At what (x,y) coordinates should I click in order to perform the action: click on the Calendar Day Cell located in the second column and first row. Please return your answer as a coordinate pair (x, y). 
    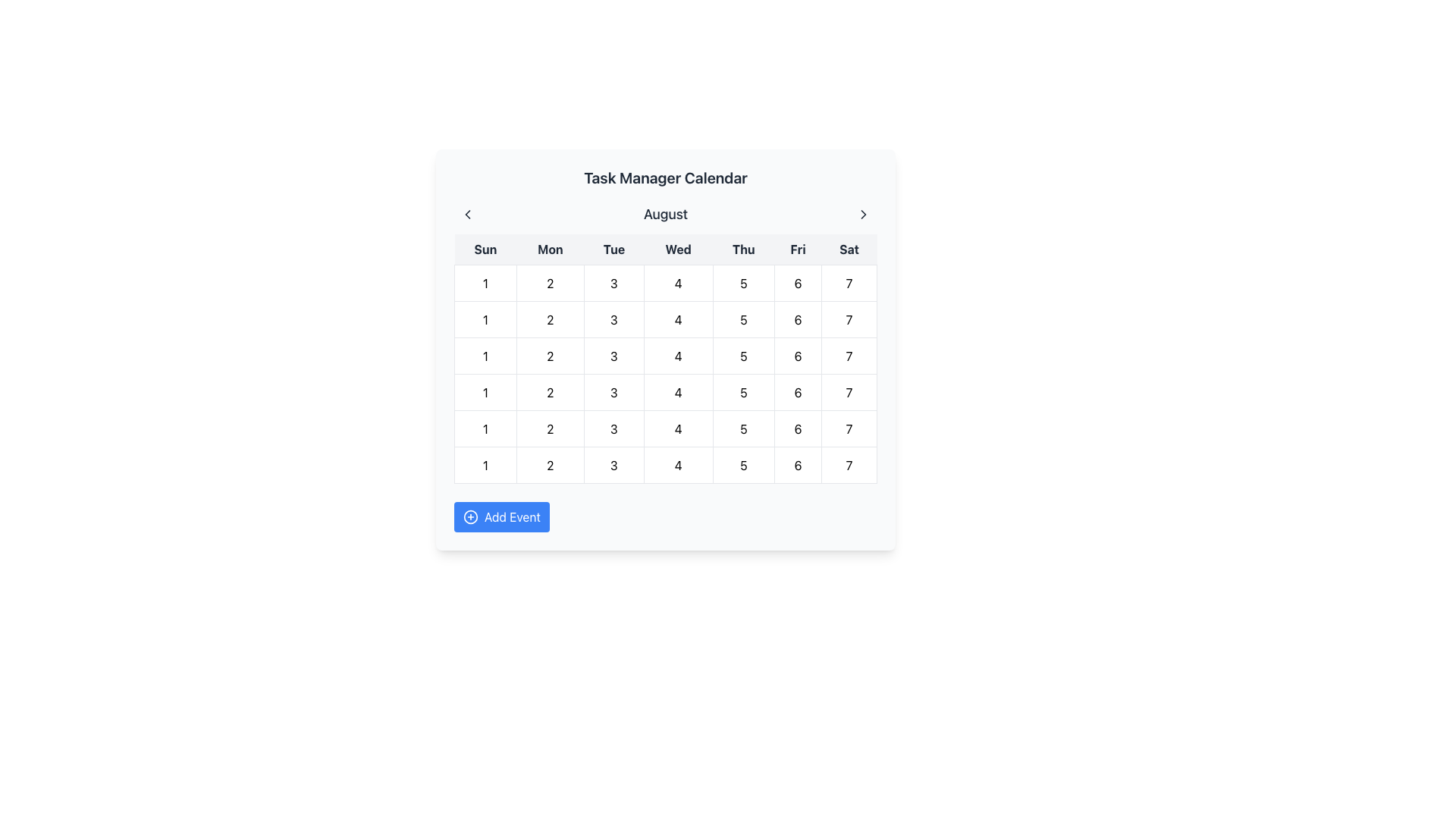
    Looking at the image, I should click on (549, 391).